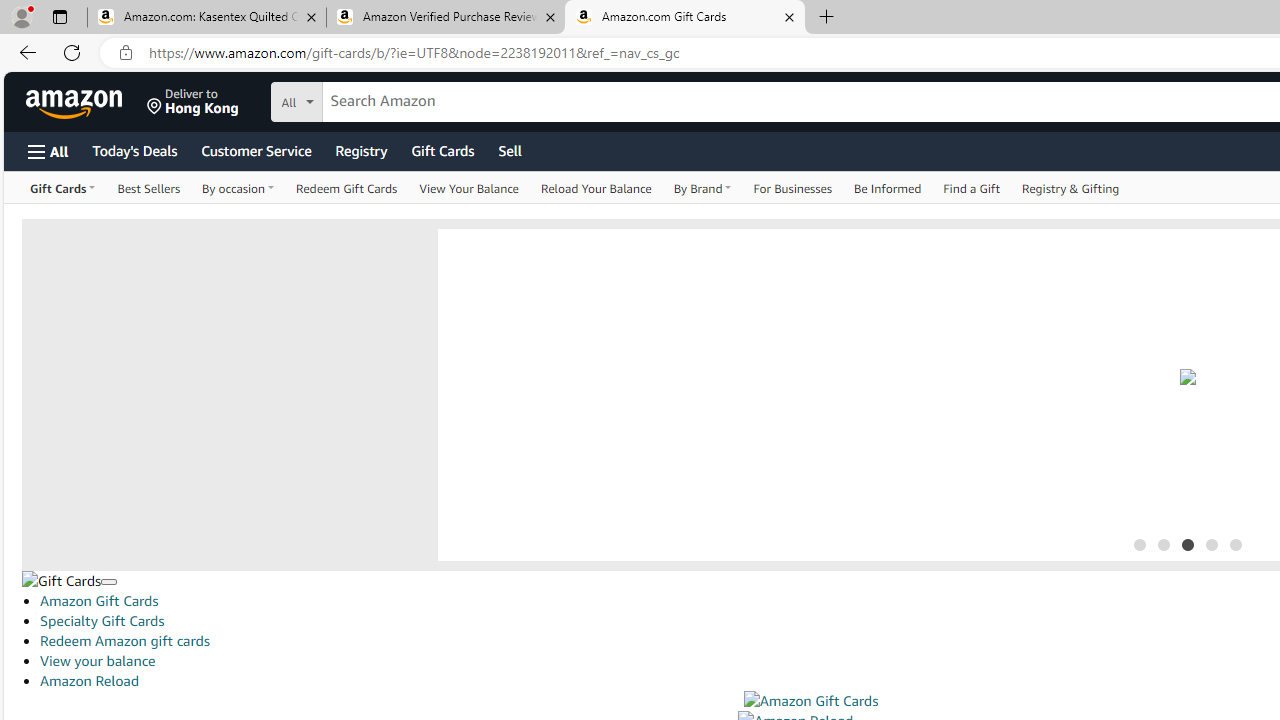 This screenshot has width=1280, height=720. What do you see at coordinates (1070, 187) in the screenshot?
I see `'Registry & Gifting'` at bounding box center [1070, 187].